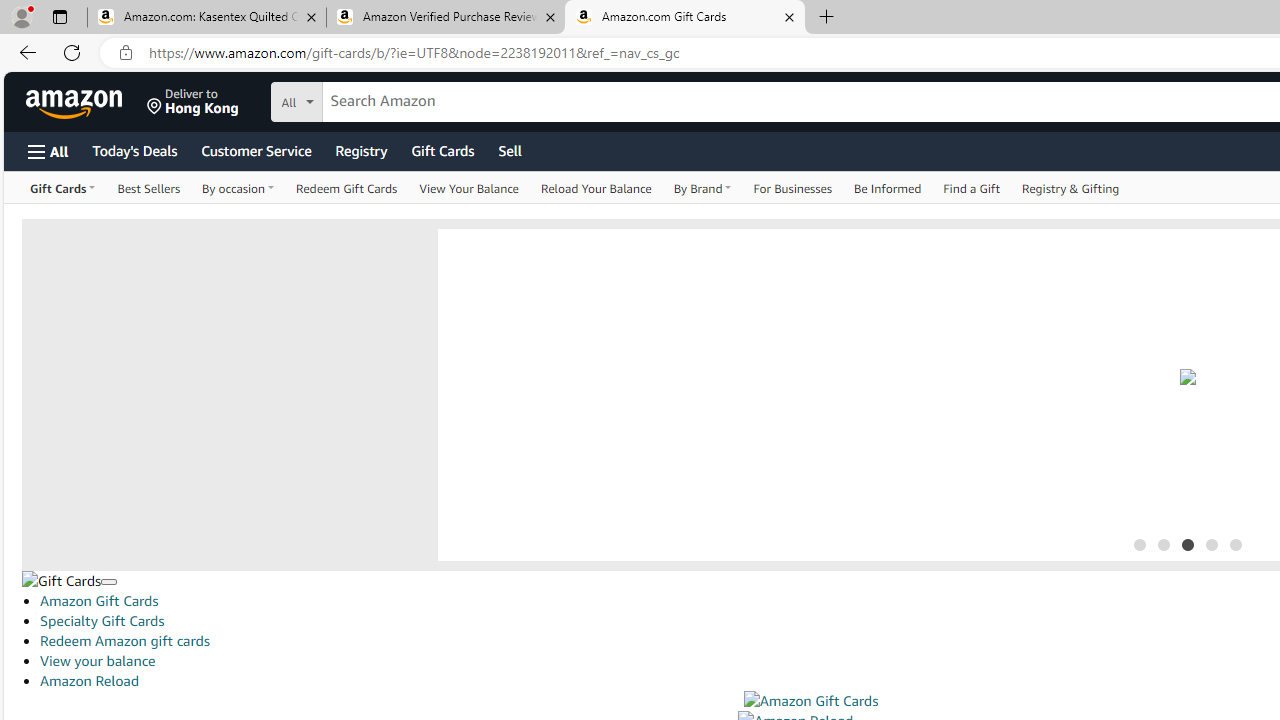 This screenshot has width=1280, height=720. What do you see at coordinates (1070, 187) in the screenshot?
I see `'Registry & Gifting'` at bounding box center [1070, 187].